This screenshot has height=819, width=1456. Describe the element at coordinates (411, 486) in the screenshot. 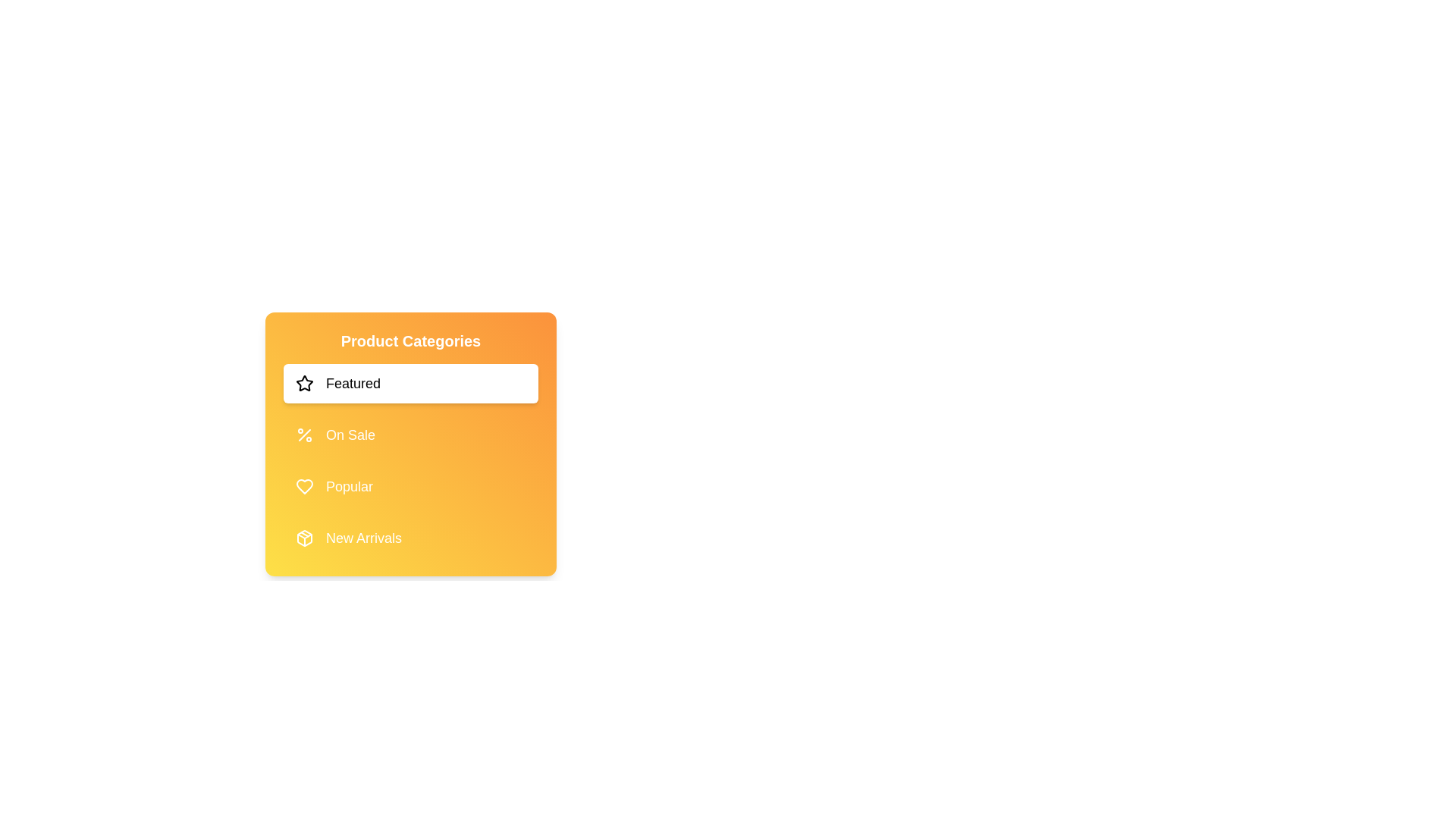

I see `the category Popular` at that location.